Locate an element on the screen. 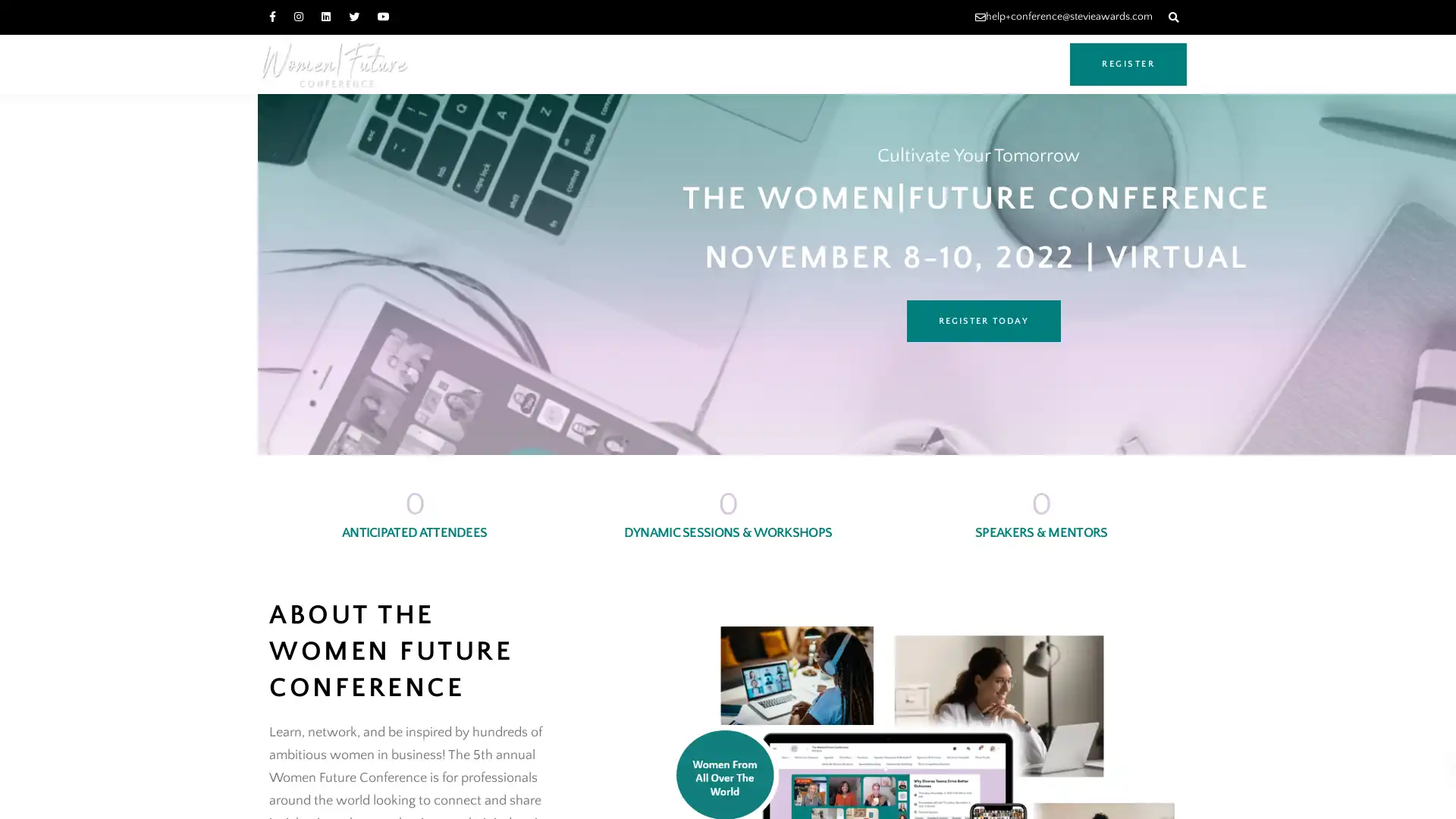 Image resolution: width=1456 pixels, height=819 pixels. Close is located at coordinates (303, 726).